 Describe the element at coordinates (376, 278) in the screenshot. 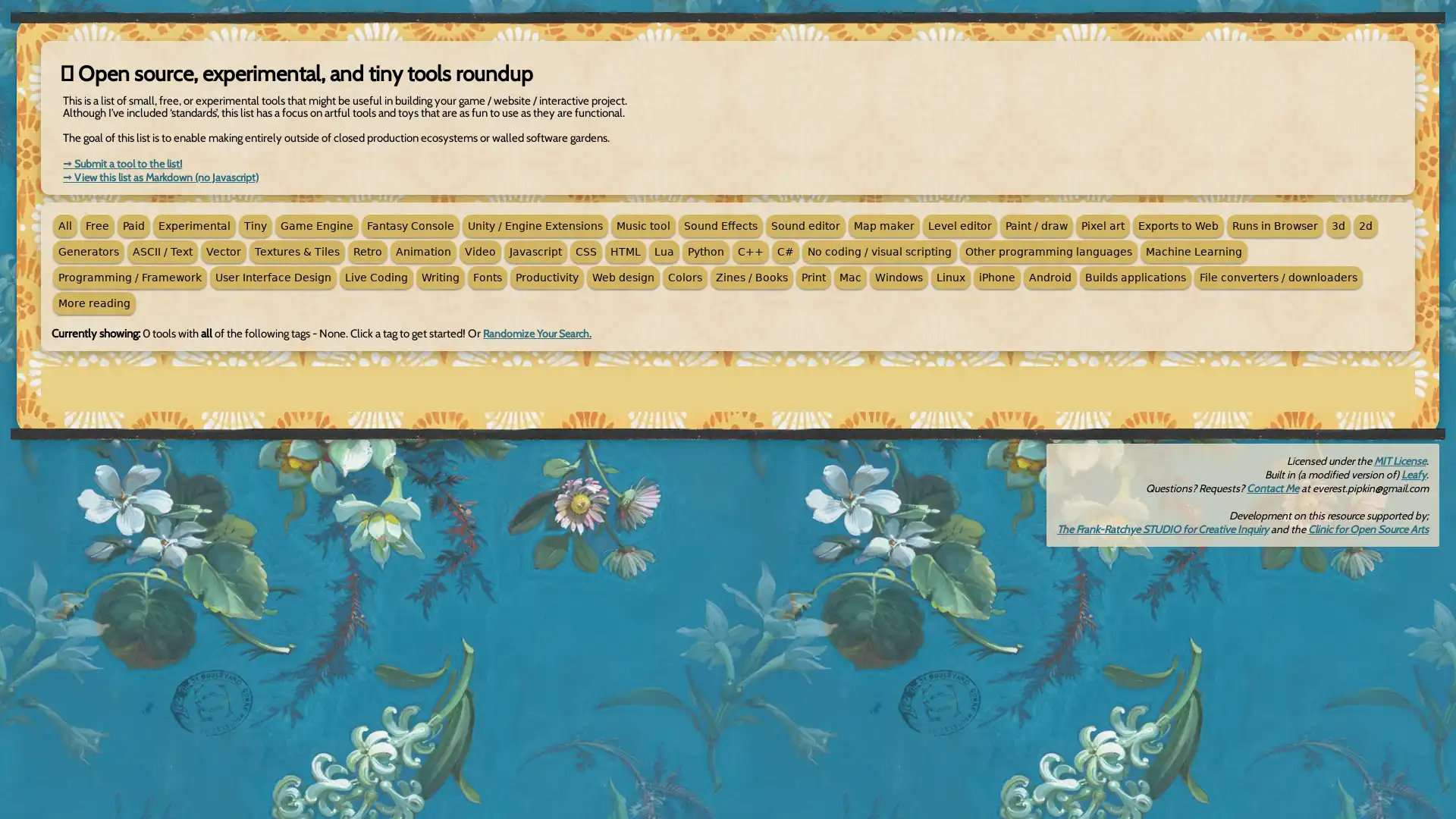

I see `Live Coding` at that location.